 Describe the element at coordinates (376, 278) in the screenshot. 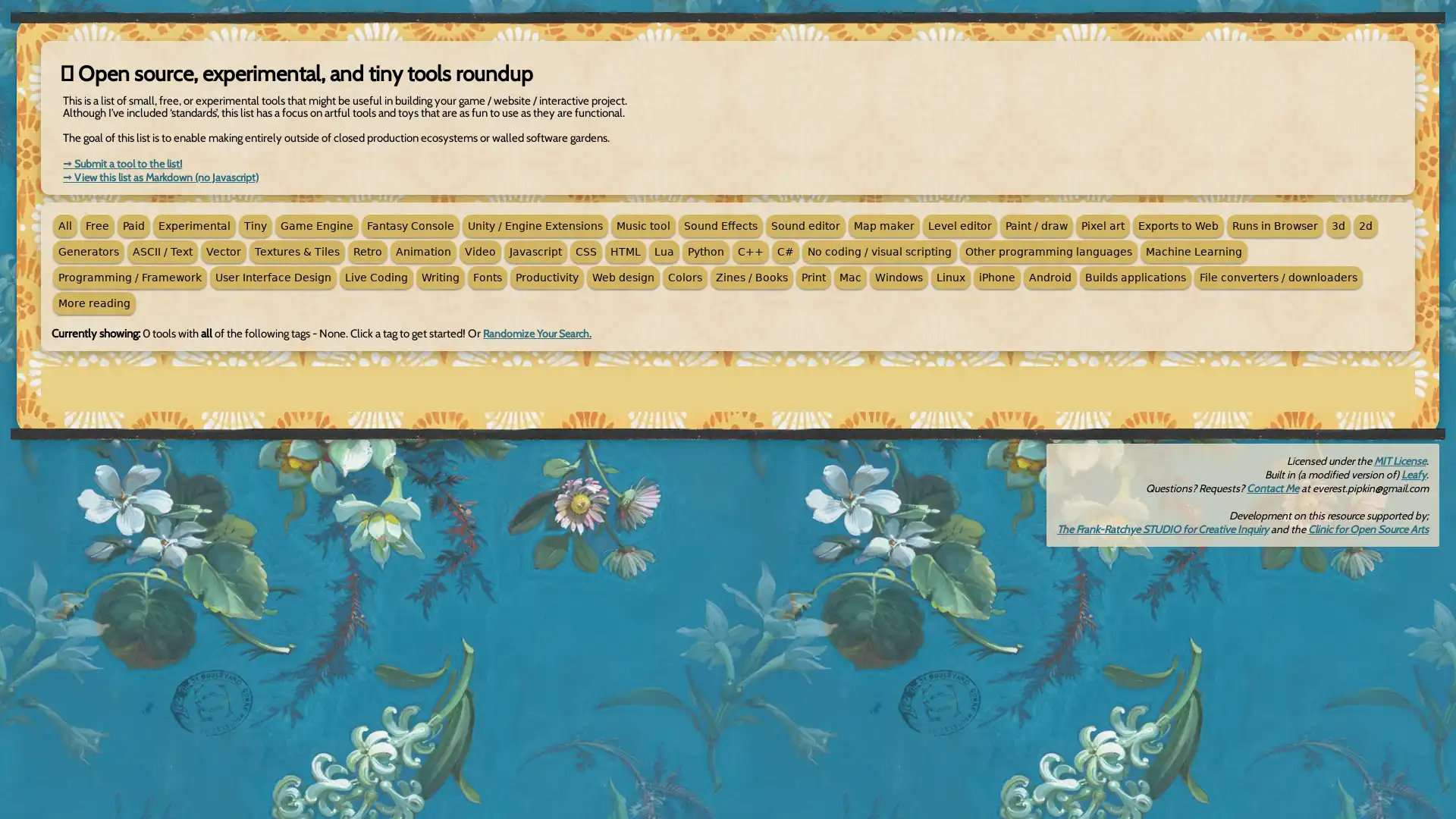

I see `Live Coding` at that location.